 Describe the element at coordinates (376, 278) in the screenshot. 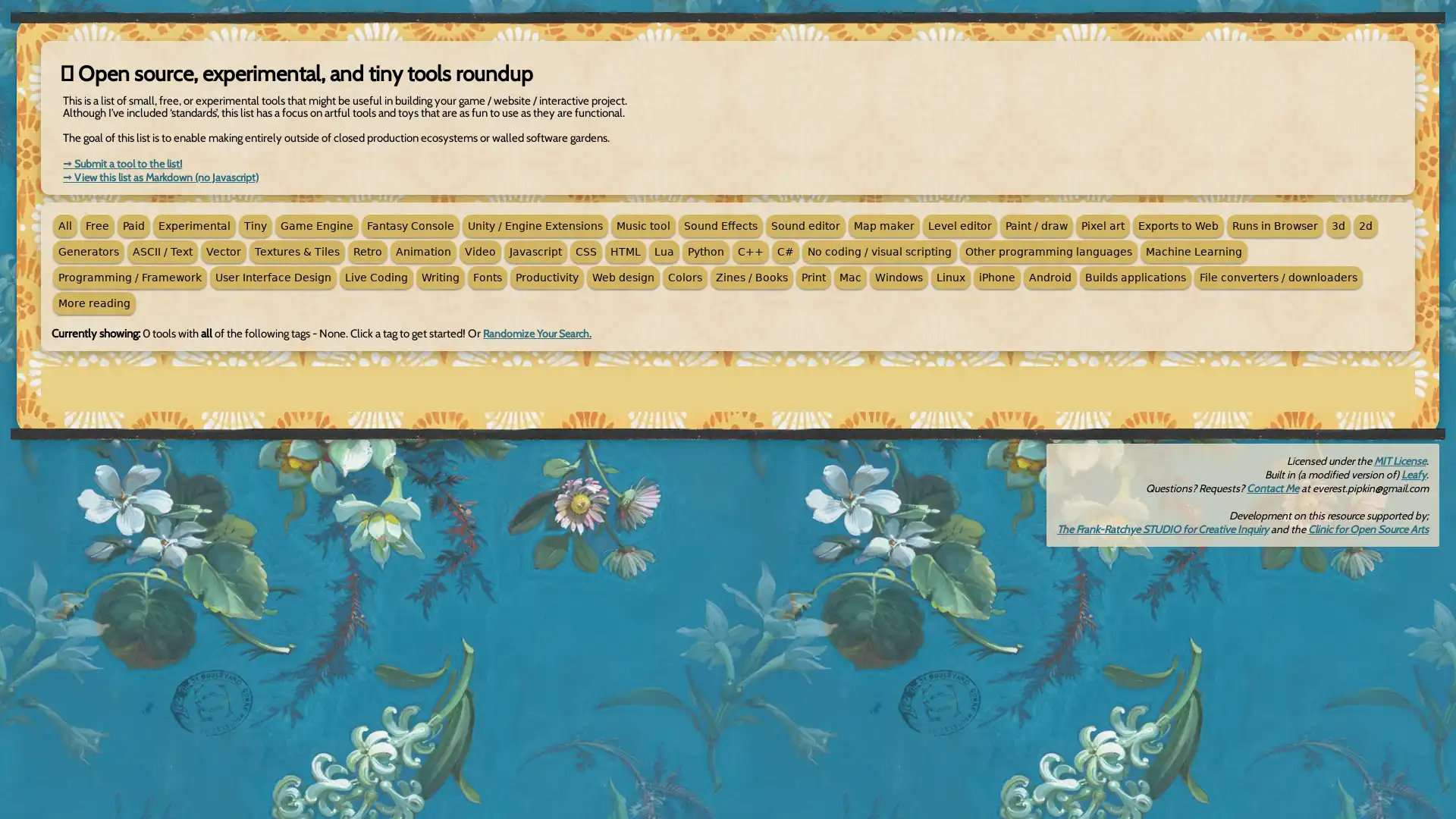

I see `Live Coding` at that location.